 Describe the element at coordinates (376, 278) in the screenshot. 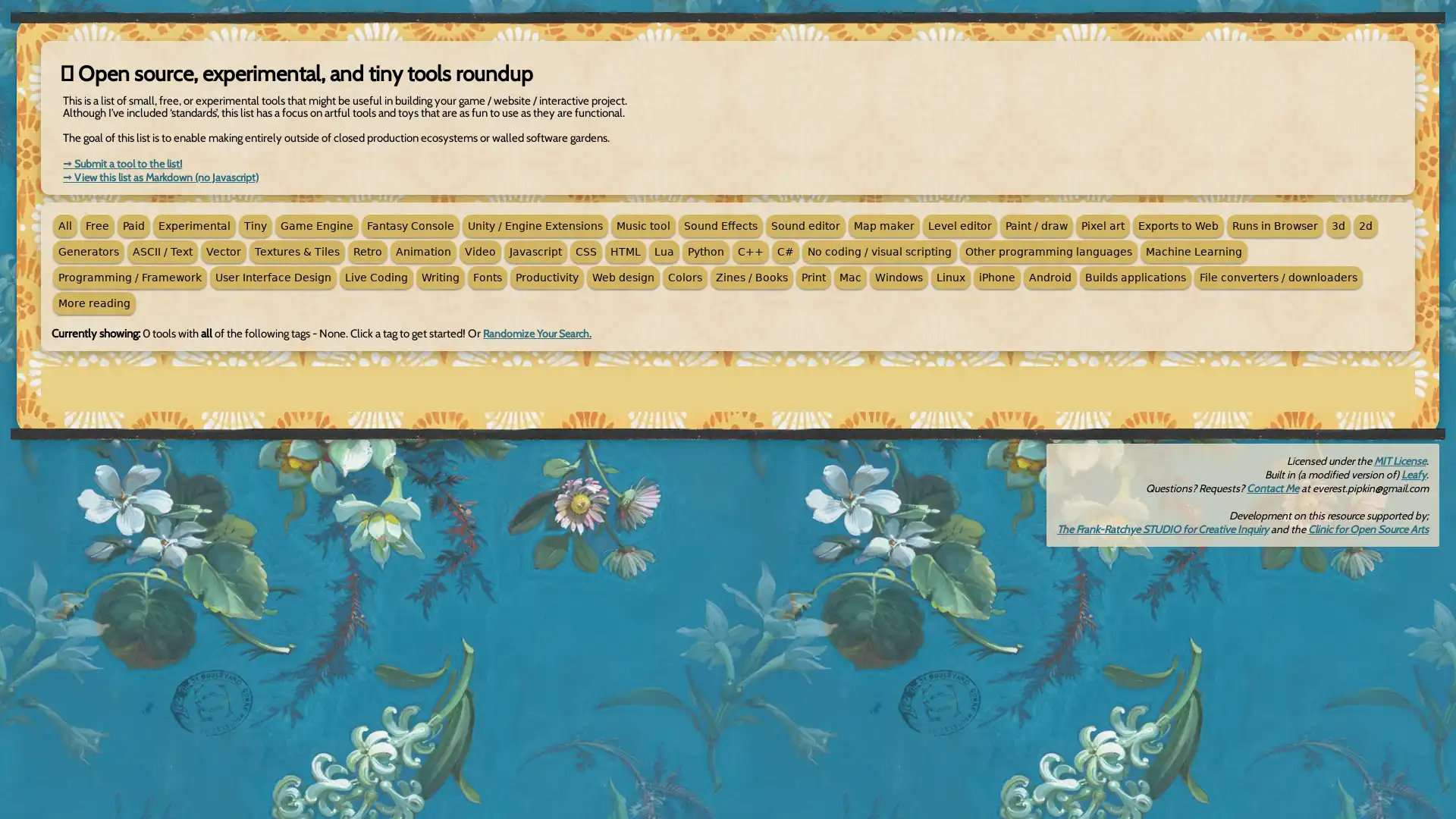

I see `Live Coding` at that location.